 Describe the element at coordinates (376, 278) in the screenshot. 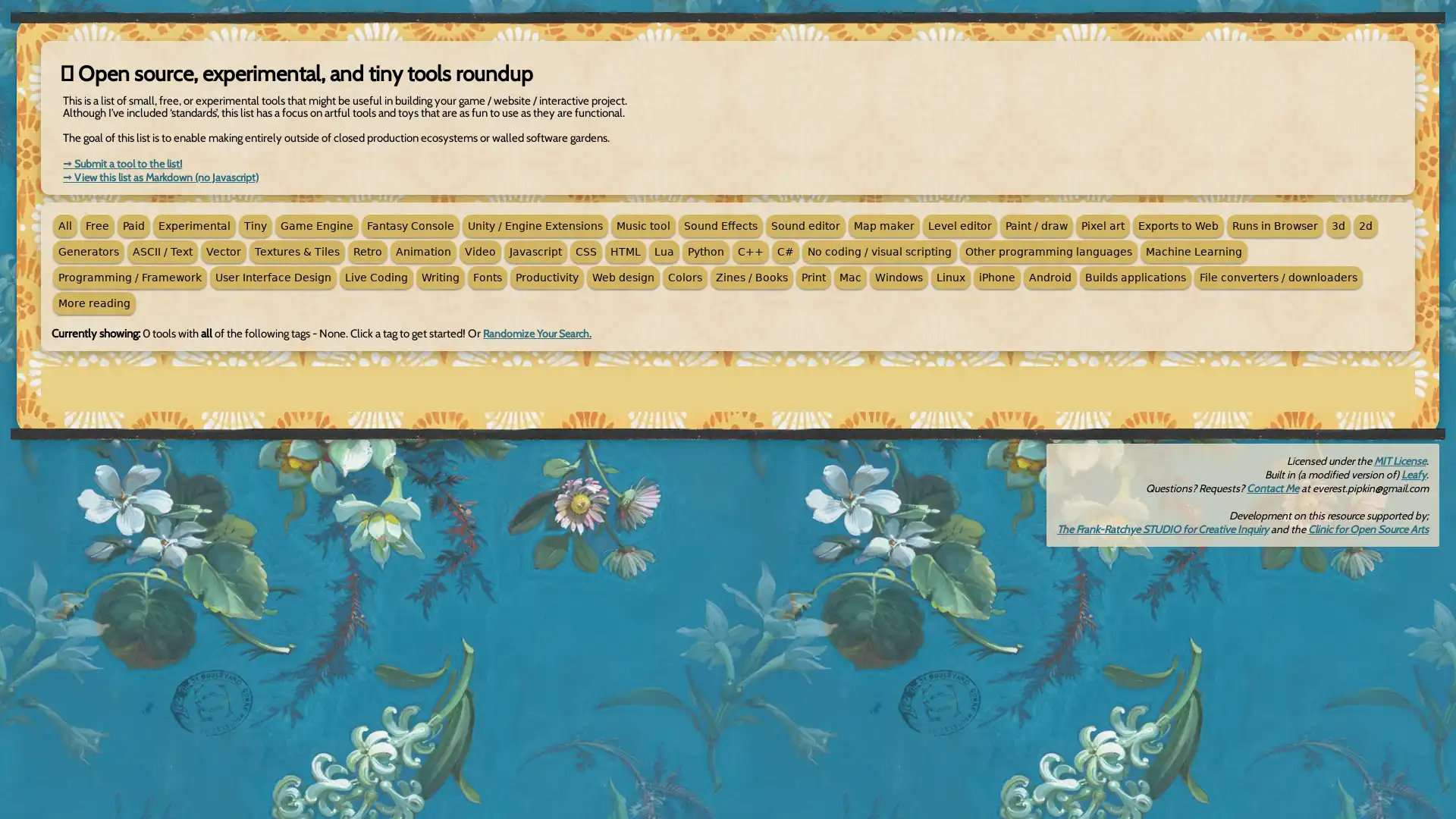

I see `Live Coding` at that location.